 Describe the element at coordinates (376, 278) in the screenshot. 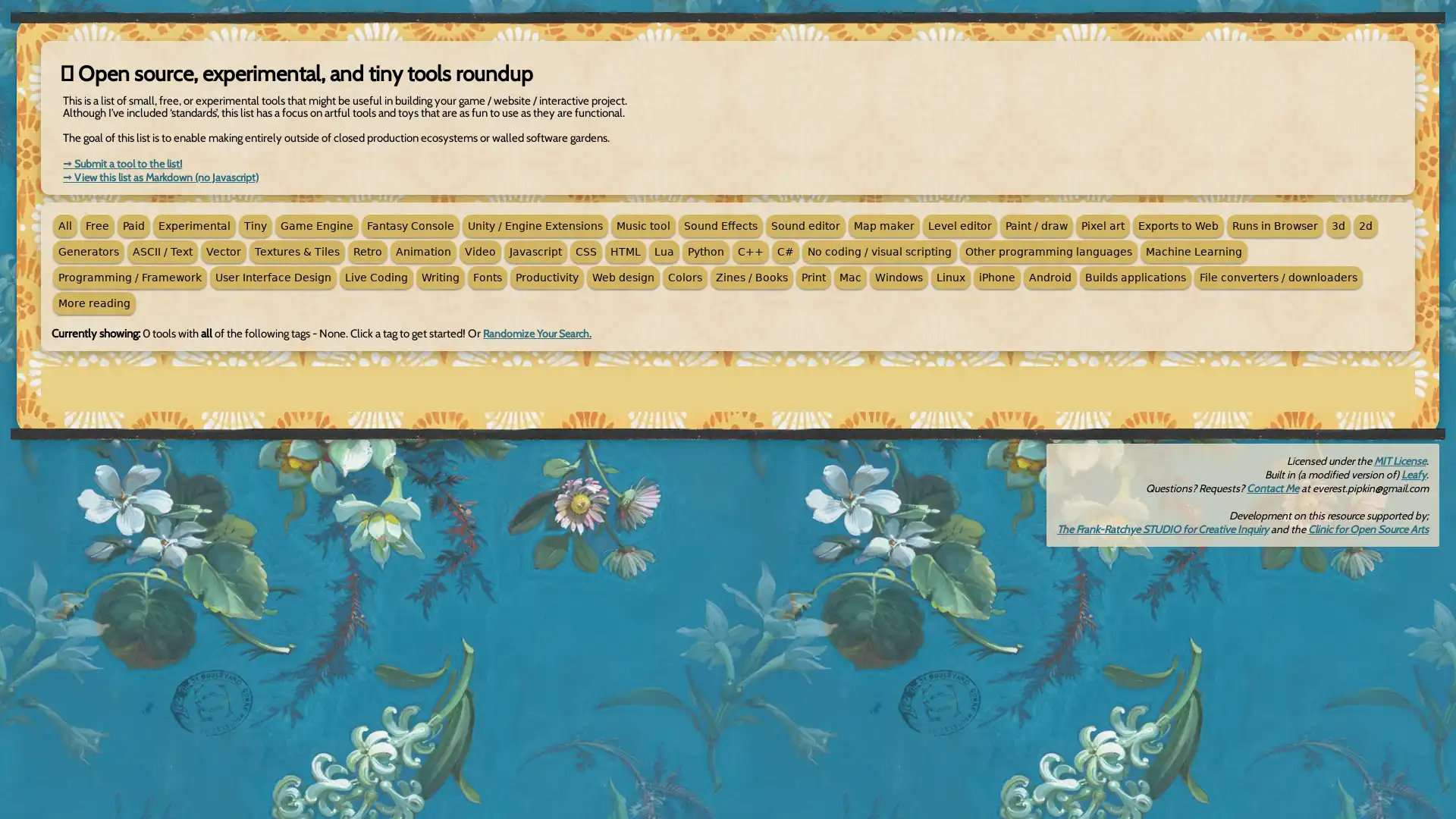

I see `Live Coding` at that location.